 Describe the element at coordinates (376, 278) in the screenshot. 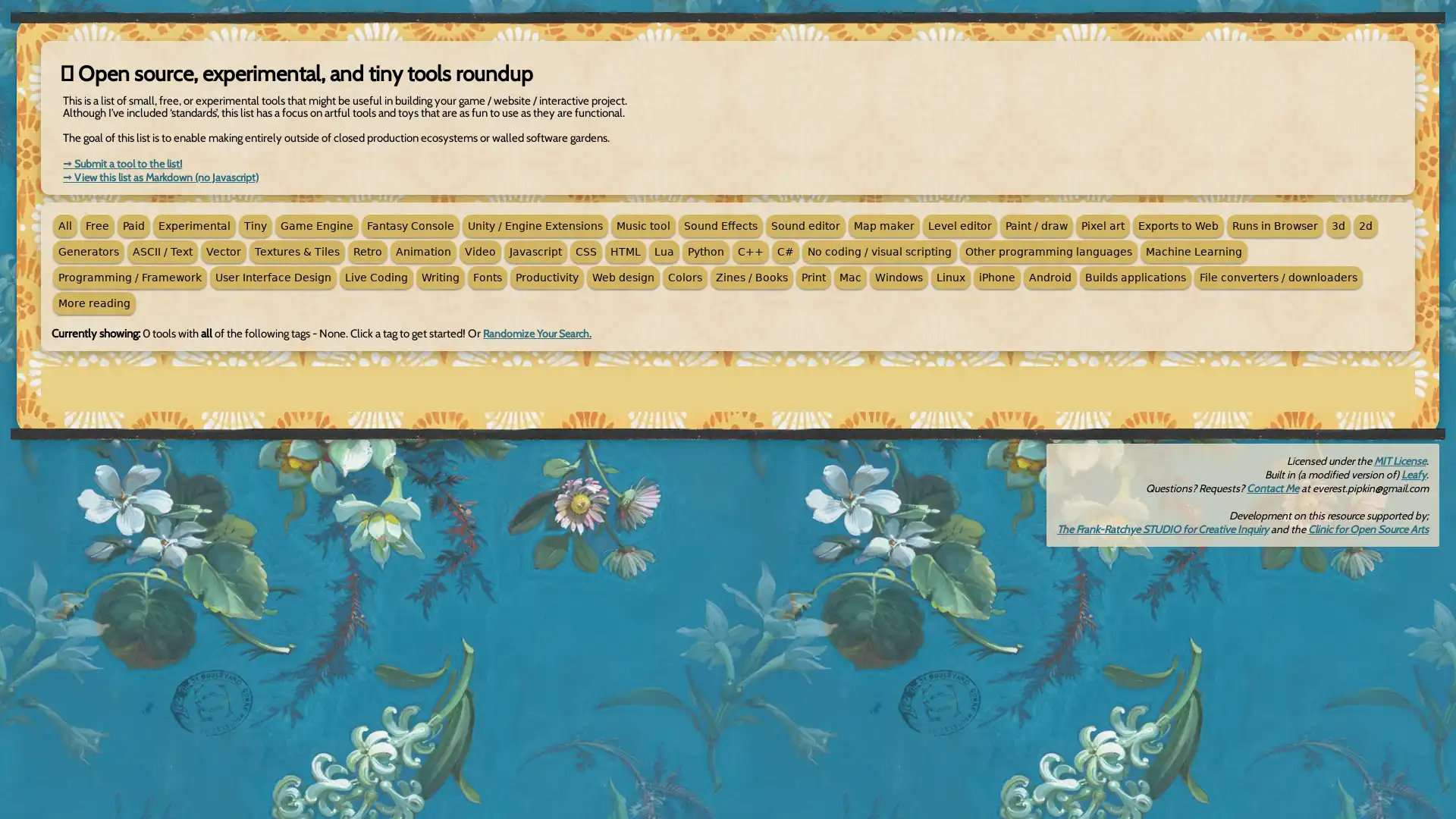

I see `Live Coding` at that location.